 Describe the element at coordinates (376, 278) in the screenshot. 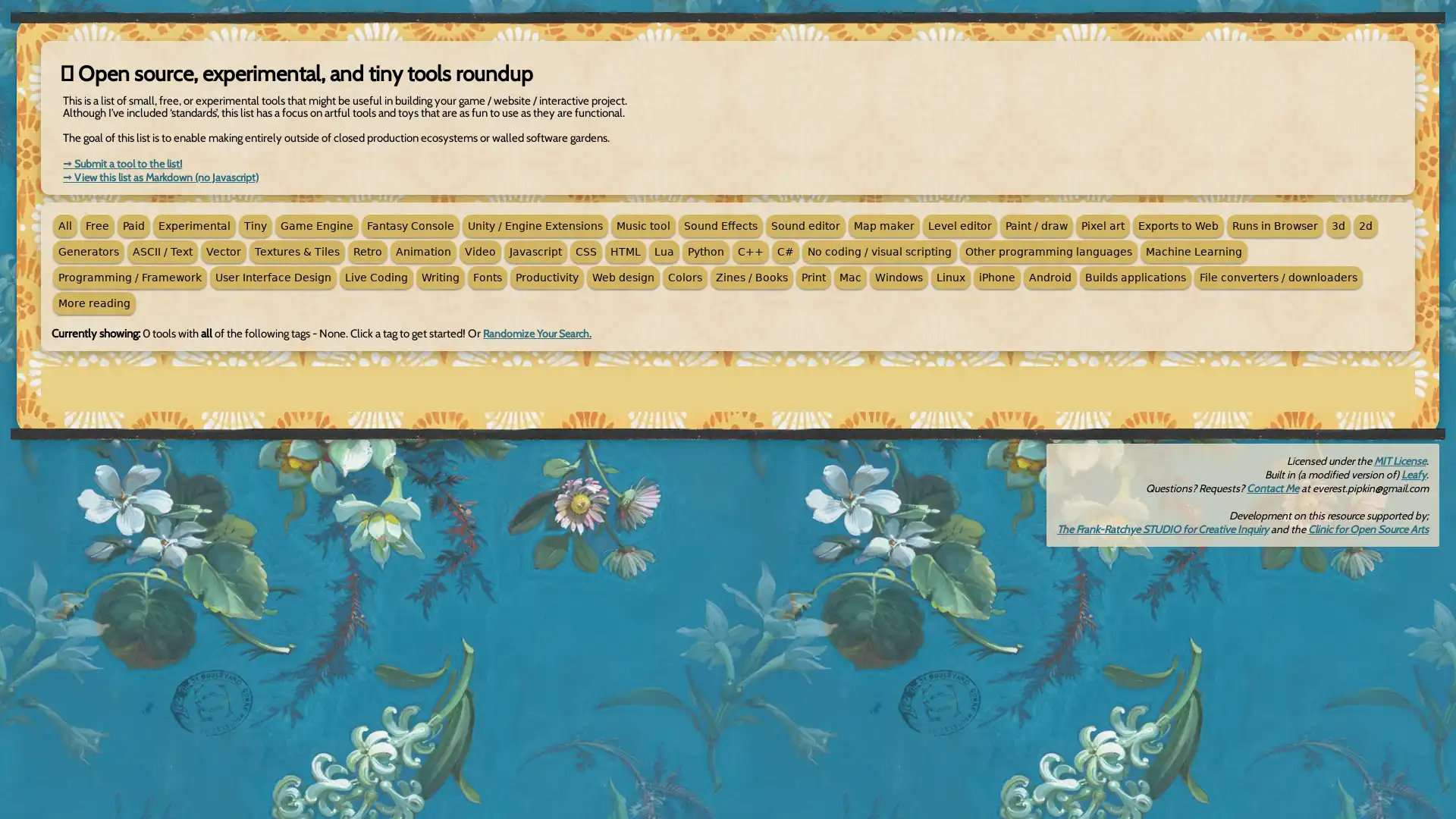

I see `Live Coding` at that location.